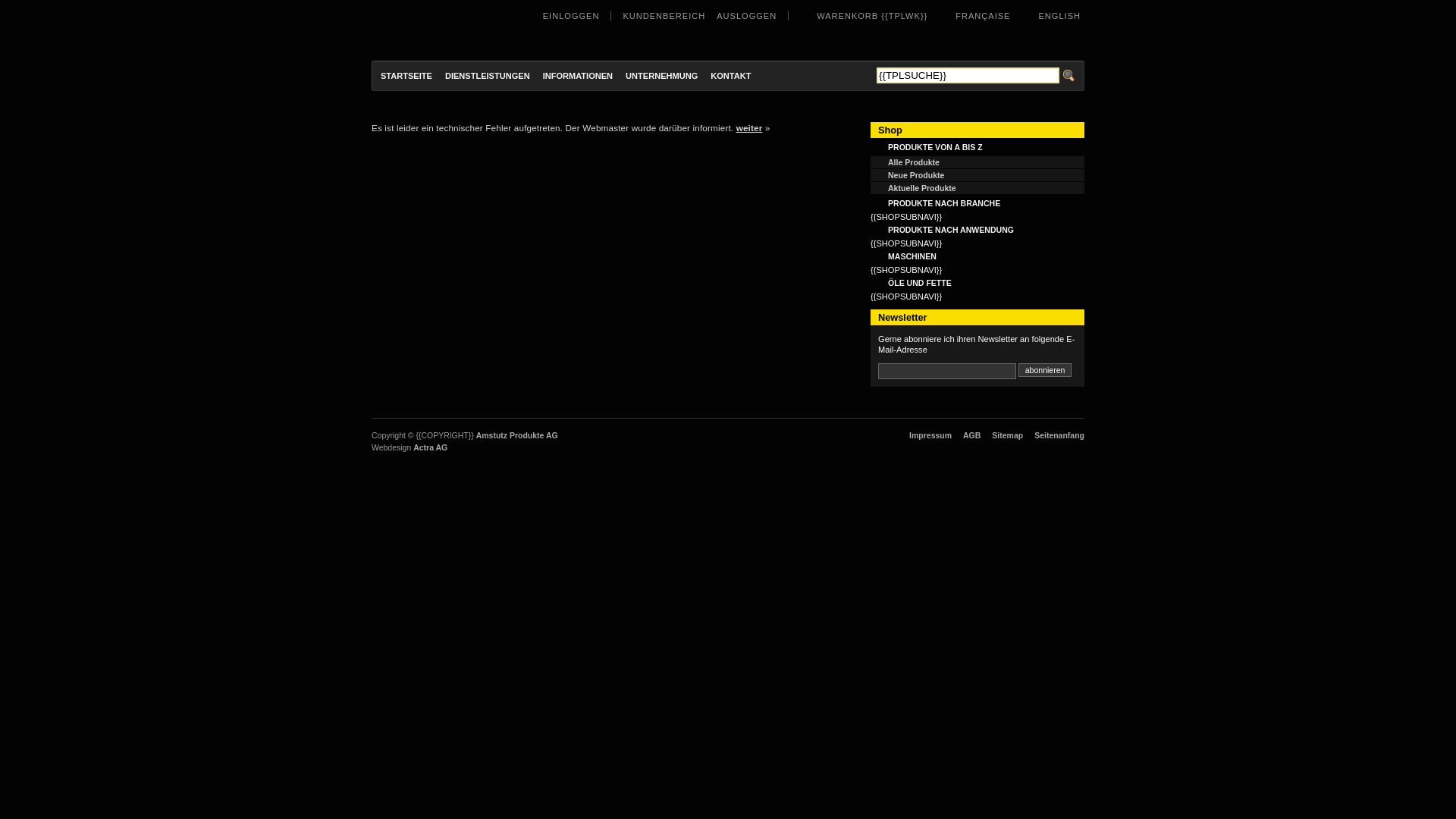  I want to click on 'PRODUKTE NACH BRANCHE', so click(977, 202).